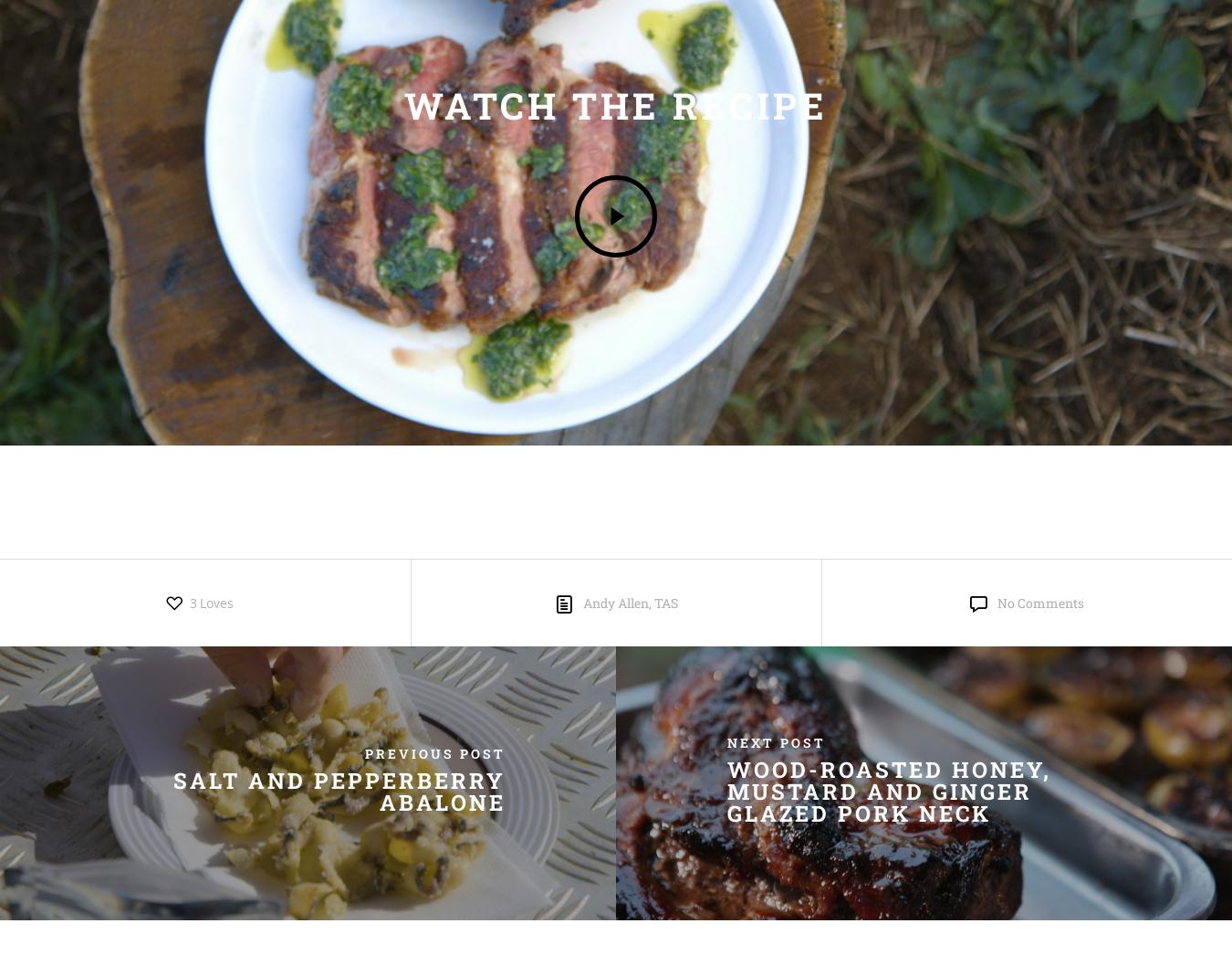 The width and height of the screenshot is (1232, 976). I want to click on 'Previous Post', so click(433, 752).